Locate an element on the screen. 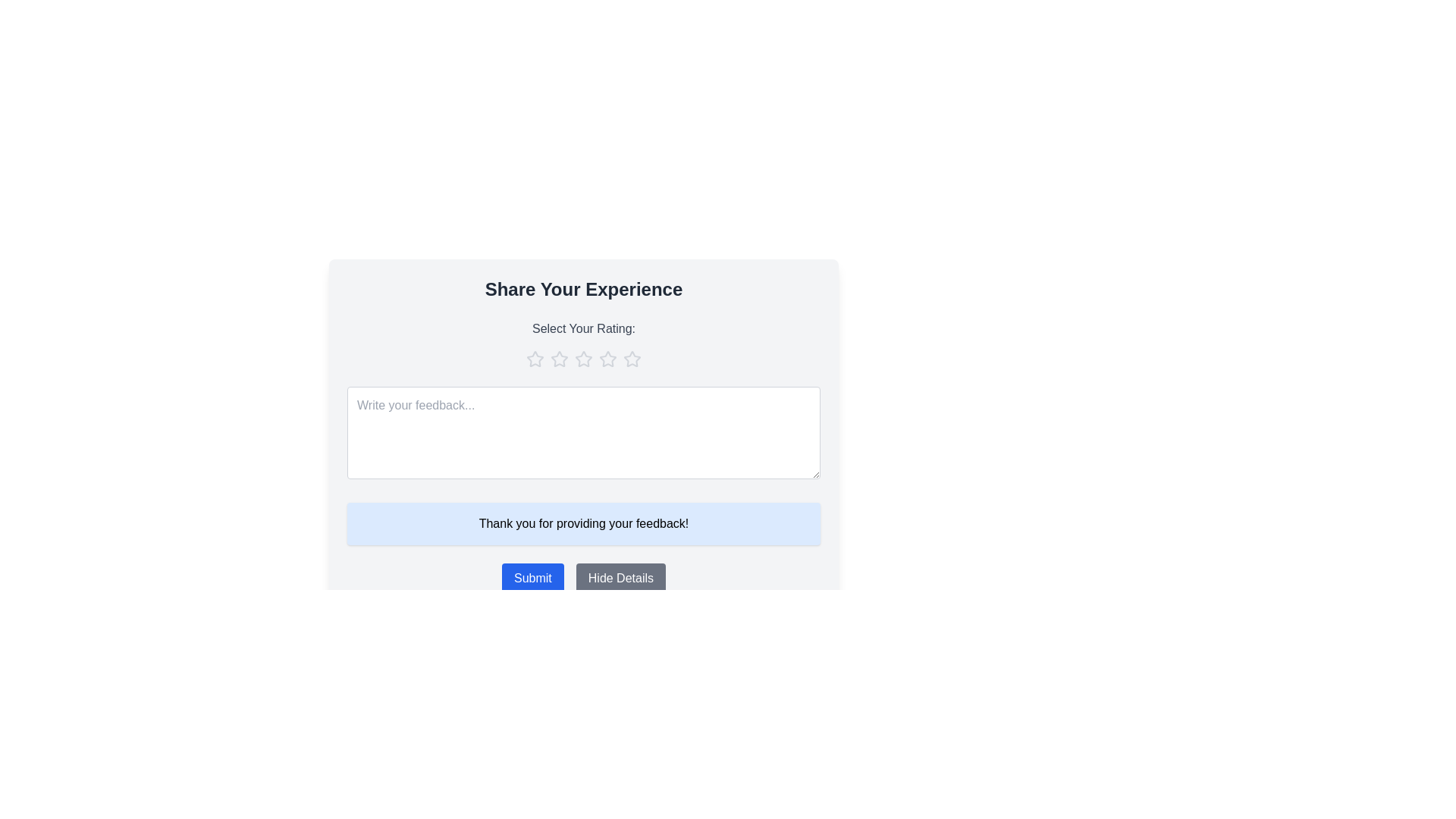  the first star icon in the rating interface is located at coordinates (559, 359).